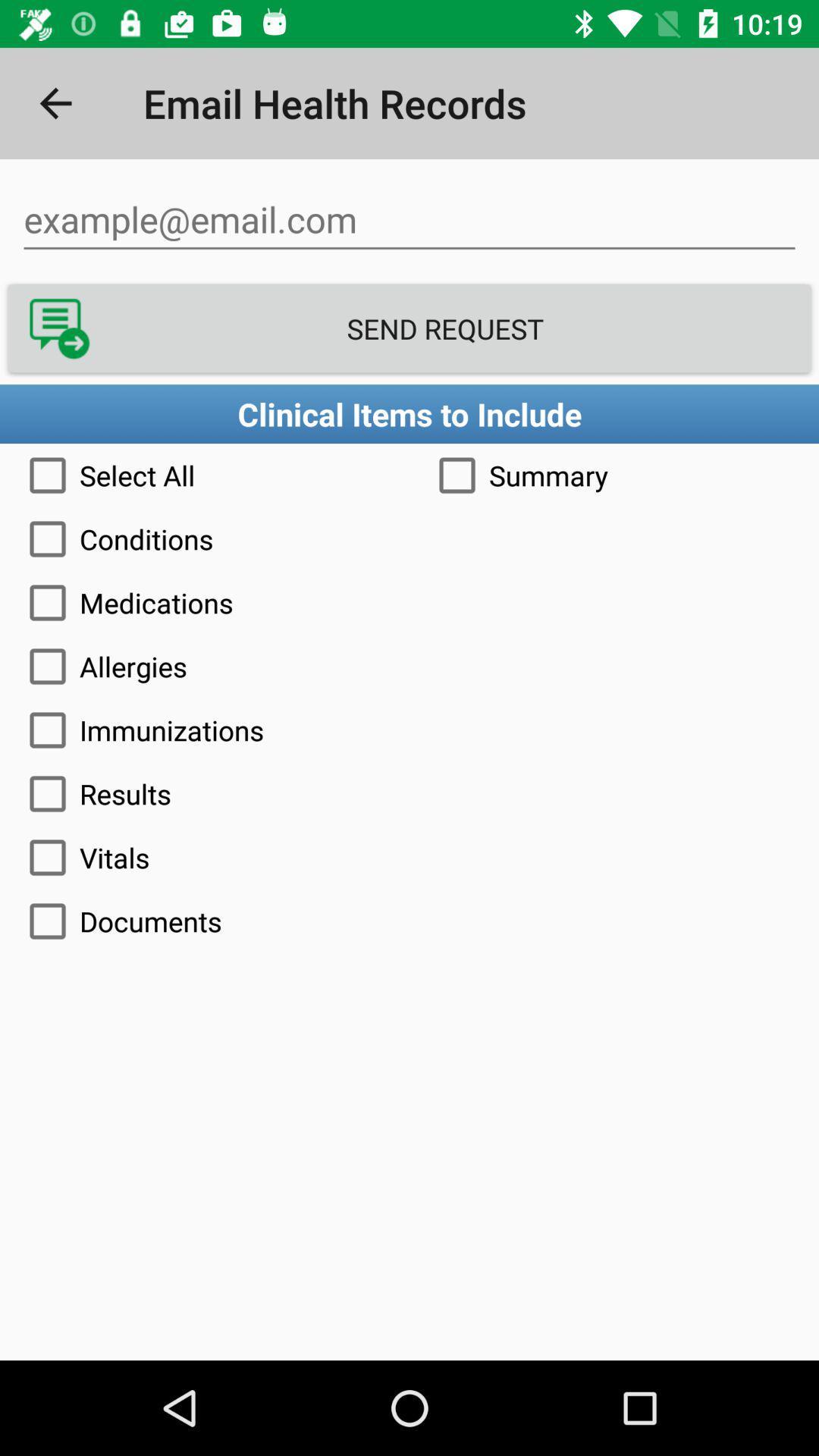 The height and width of the screenshot is (1456, 819). I want to click on allergies icon, so click(409, 666).